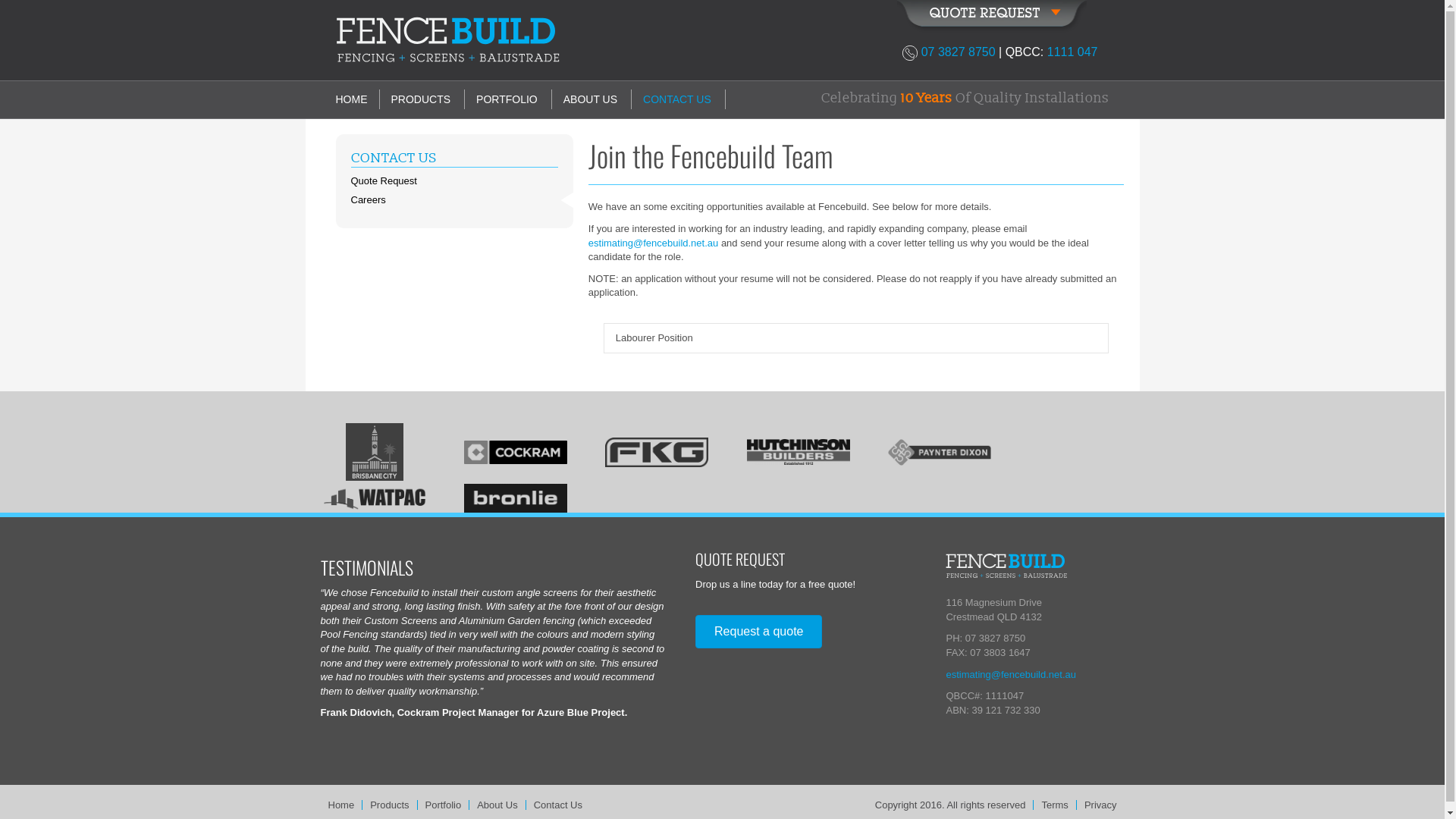 The width and height of the screenshot is (1456, 819). What do you see at coordinates (507, 99) in the screenshot?
I see `'PORTFOLIO'` at bounding box center [507, 99].